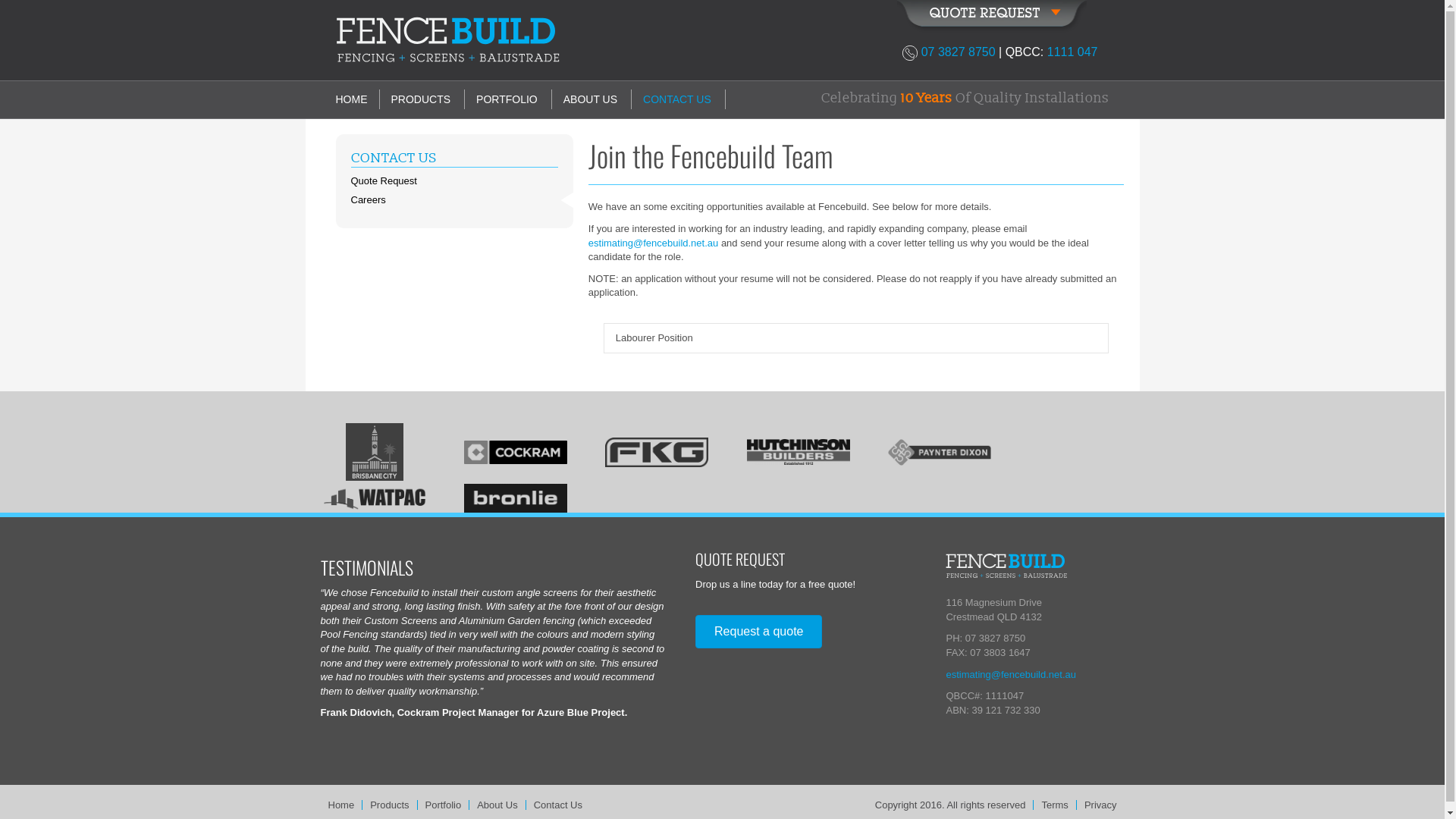 The width and height of the screenshot is (1456, 819). What do you see at coordinates (507, 99) in the screenshot?
I see `'PORTFOLIO'` at bounding box center [507, 99].